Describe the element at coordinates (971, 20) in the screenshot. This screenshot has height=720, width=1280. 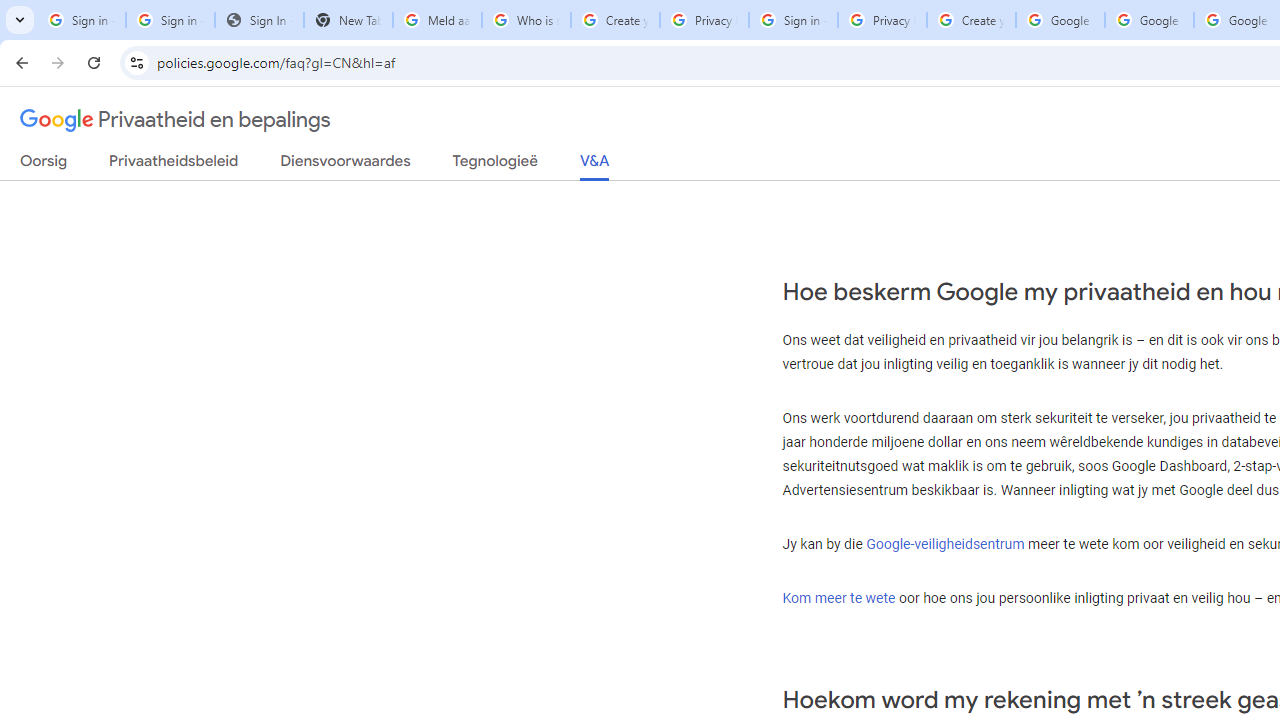
I see `'Create your Google Account'` at that location.